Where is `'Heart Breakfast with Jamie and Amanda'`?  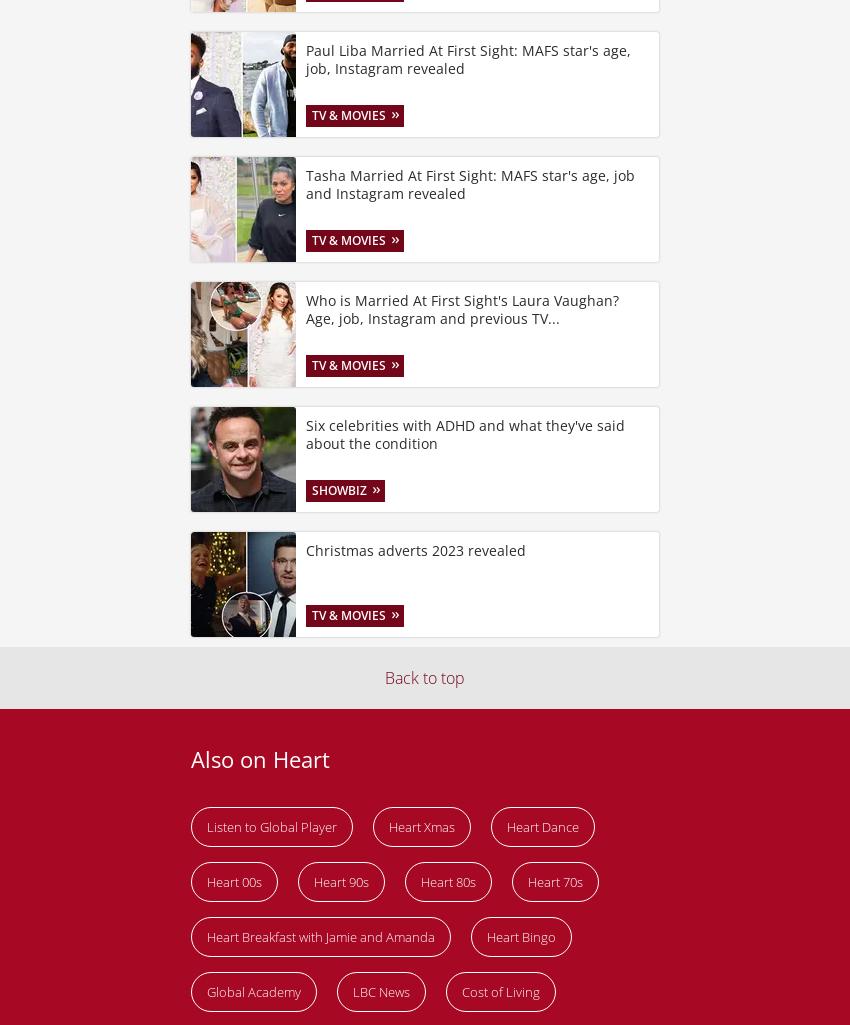 'Heart Breakfast with Jamie and Amanda' is located at coordinates (320, 936).